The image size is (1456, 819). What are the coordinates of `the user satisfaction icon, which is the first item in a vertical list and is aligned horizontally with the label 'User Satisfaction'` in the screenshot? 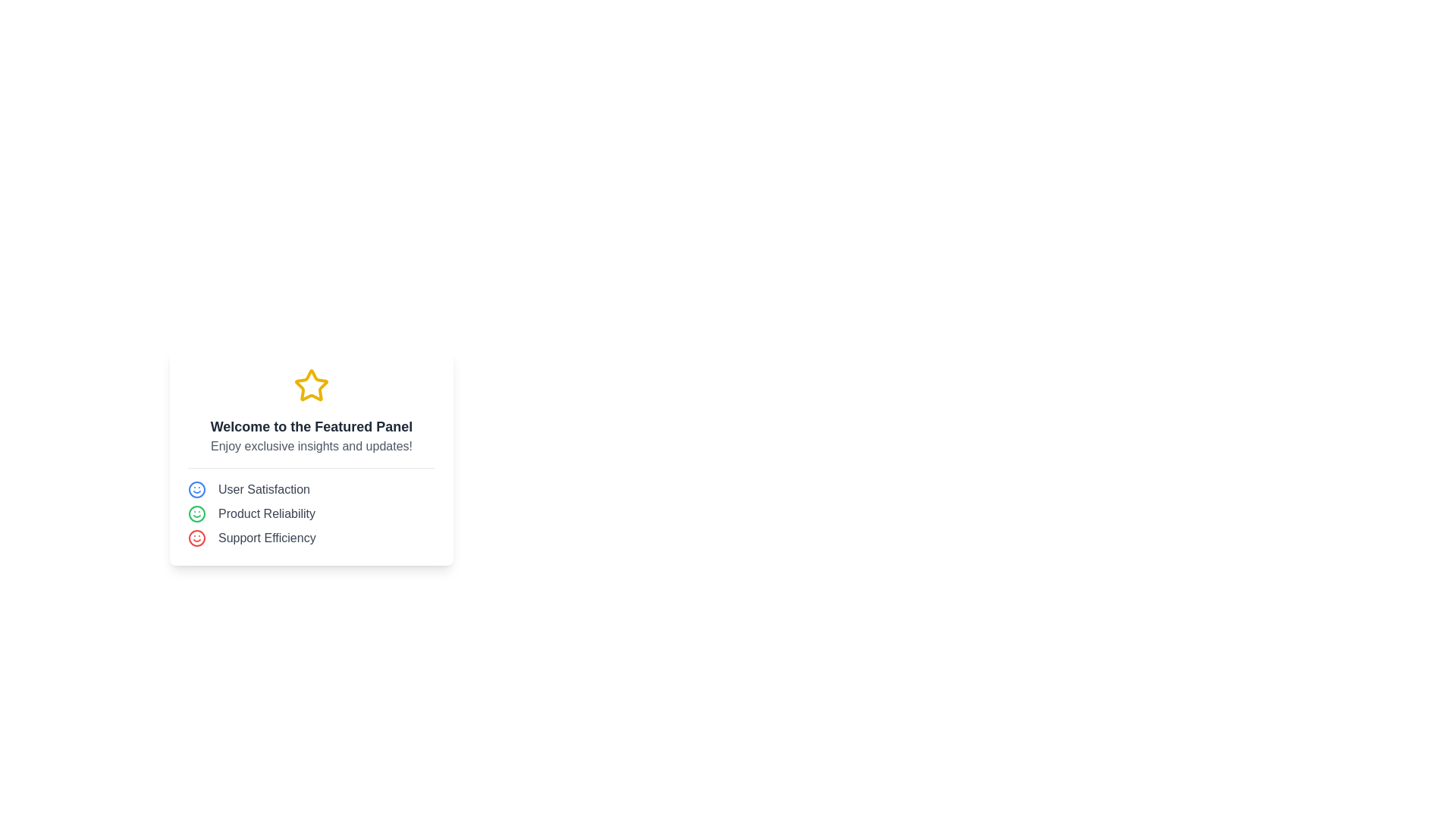 It's located at (196, 488).